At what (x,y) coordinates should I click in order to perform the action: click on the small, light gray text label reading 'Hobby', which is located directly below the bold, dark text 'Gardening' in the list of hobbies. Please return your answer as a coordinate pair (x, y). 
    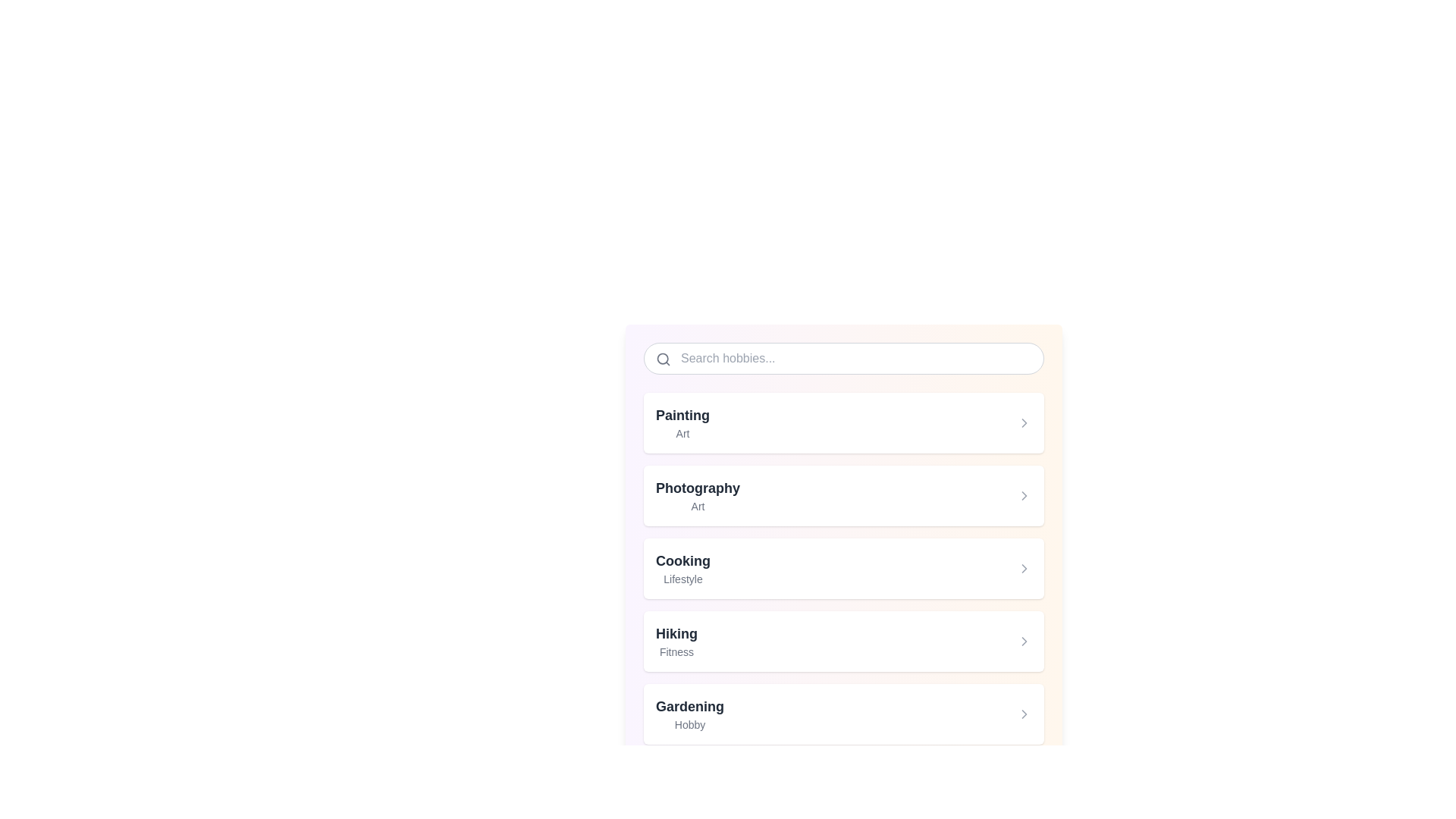
    Looking at the image, I should click on (689, 724).